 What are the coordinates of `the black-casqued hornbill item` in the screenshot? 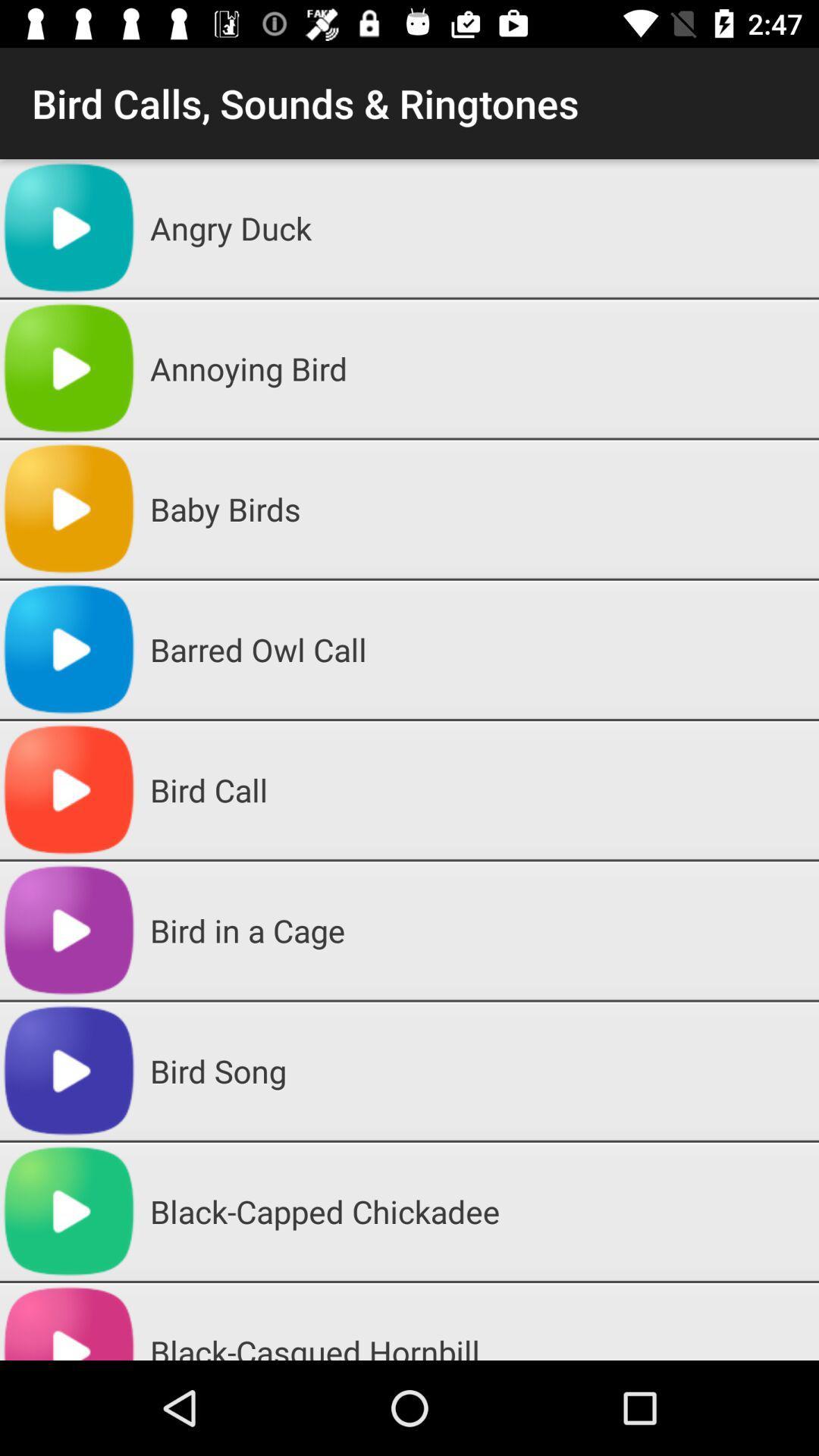 It's located at (479, 1320).